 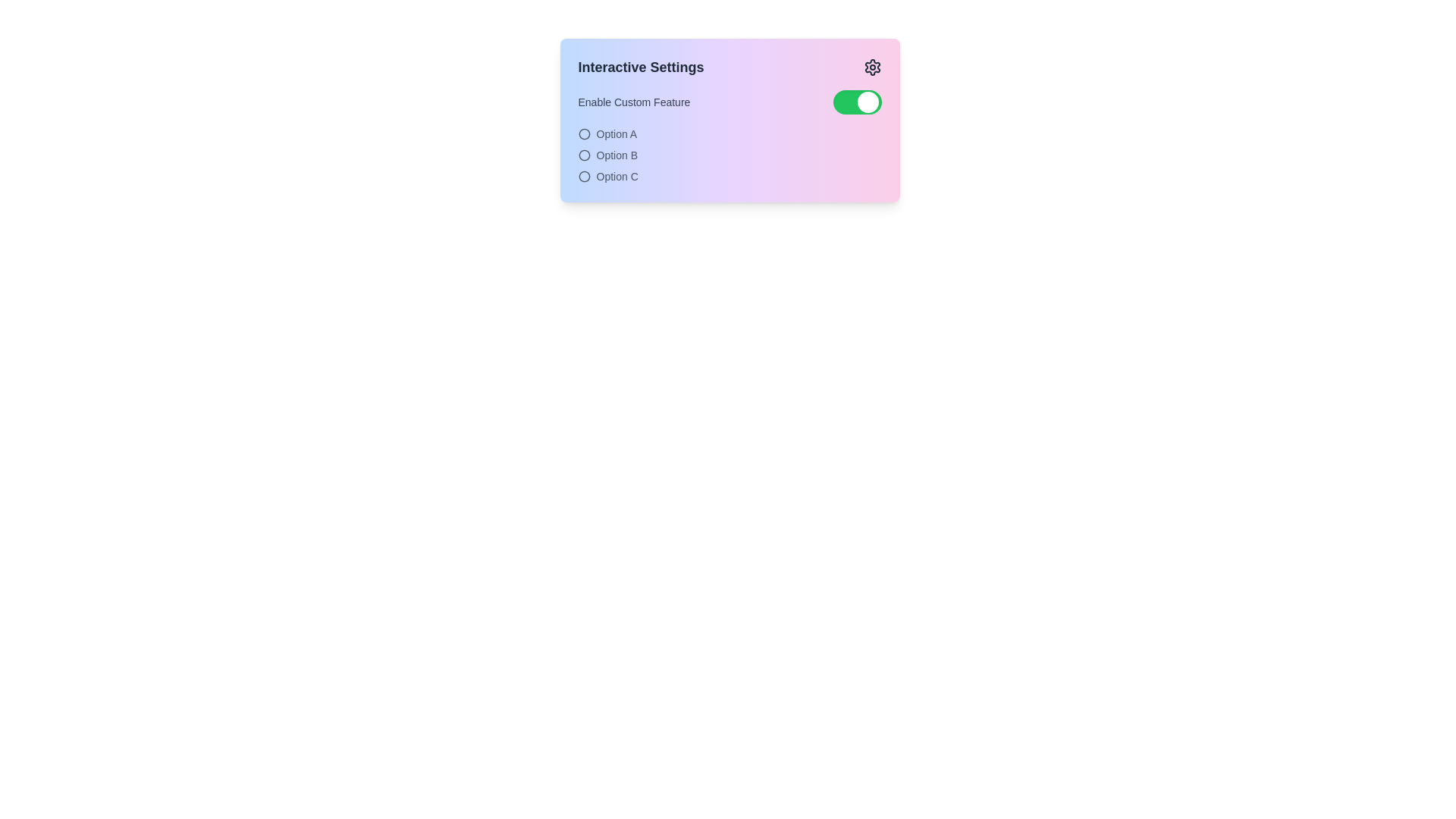 I want to click on the radio button labeled 'Option B', so click(x=730, y=155).